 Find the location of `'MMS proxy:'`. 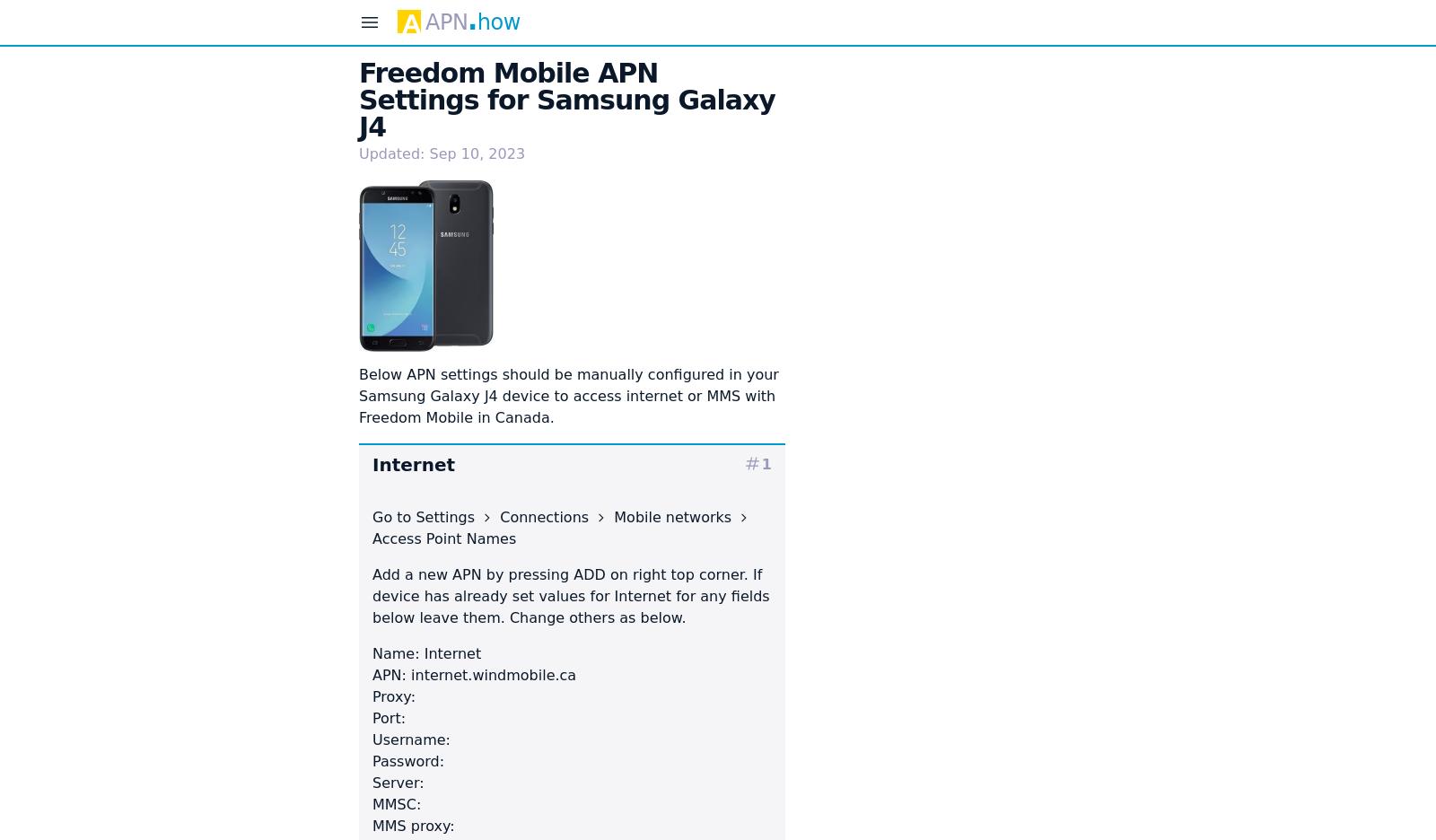

'MMS proxy:' is located at coordinates (412, 825).